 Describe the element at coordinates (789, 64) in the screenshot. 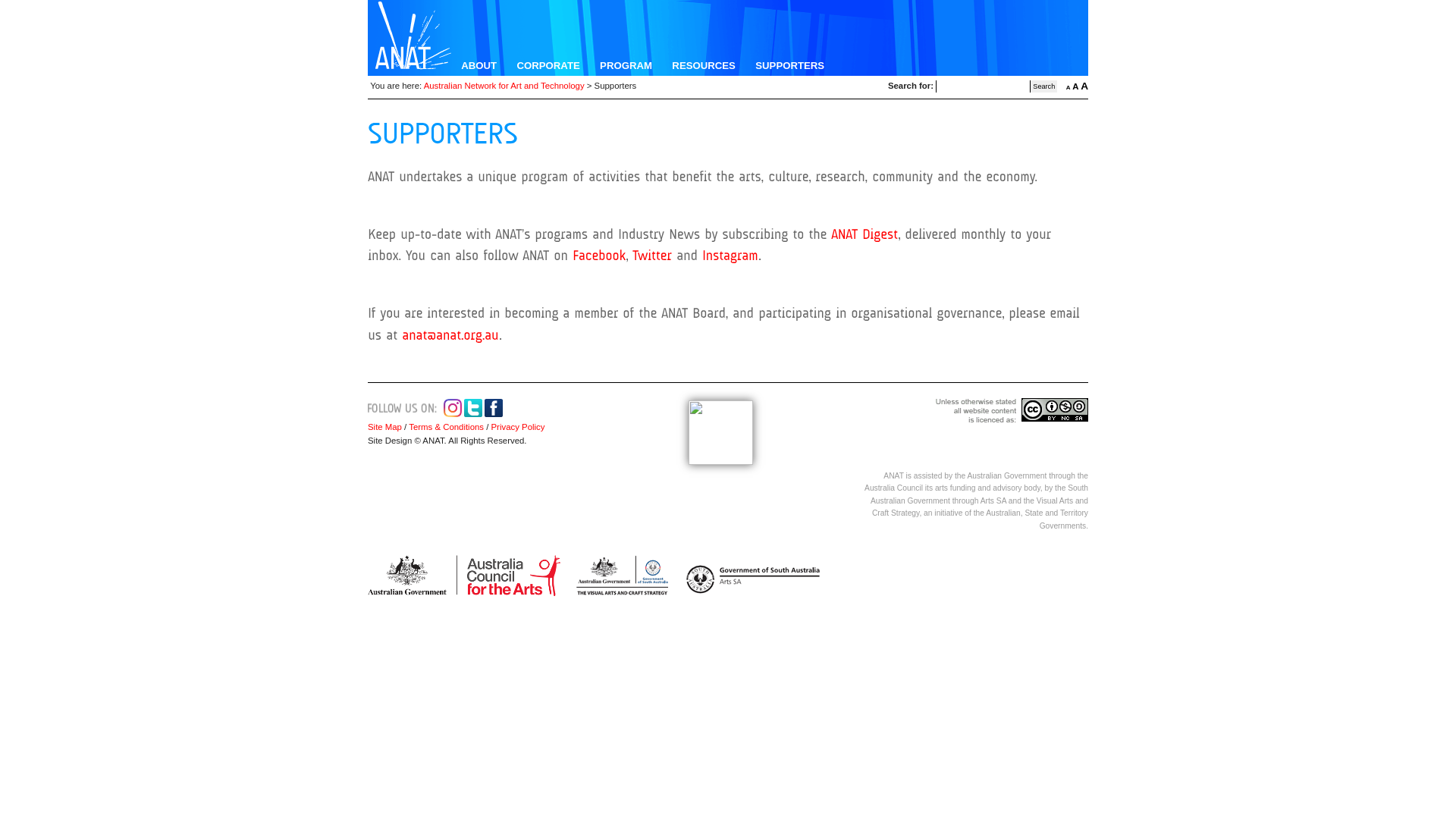

I see `'SUPPORTERS'` at that location.